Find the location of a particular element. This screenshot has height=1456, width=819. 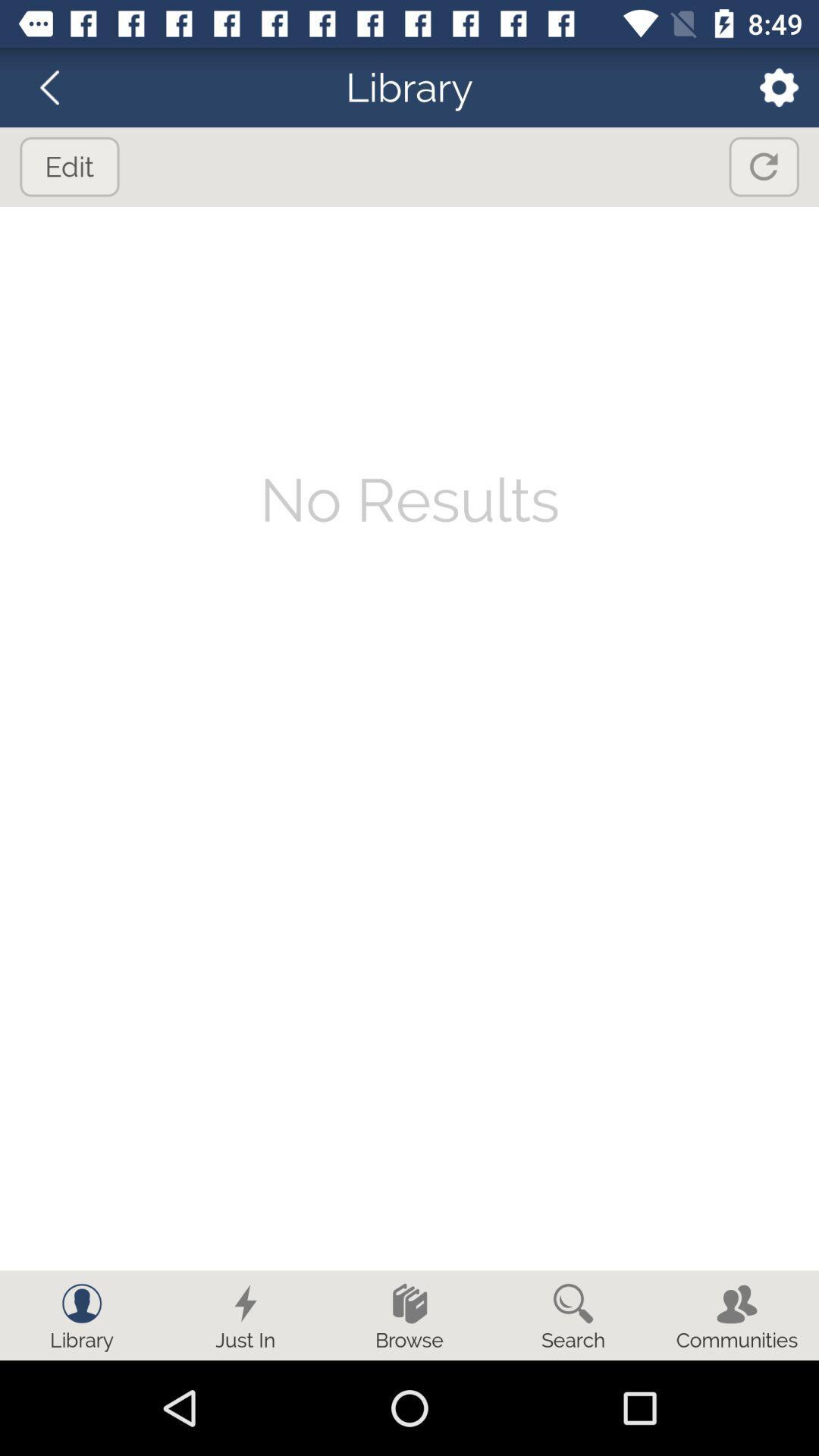

the arrow_backward icon is located at coordinates (58, 86).